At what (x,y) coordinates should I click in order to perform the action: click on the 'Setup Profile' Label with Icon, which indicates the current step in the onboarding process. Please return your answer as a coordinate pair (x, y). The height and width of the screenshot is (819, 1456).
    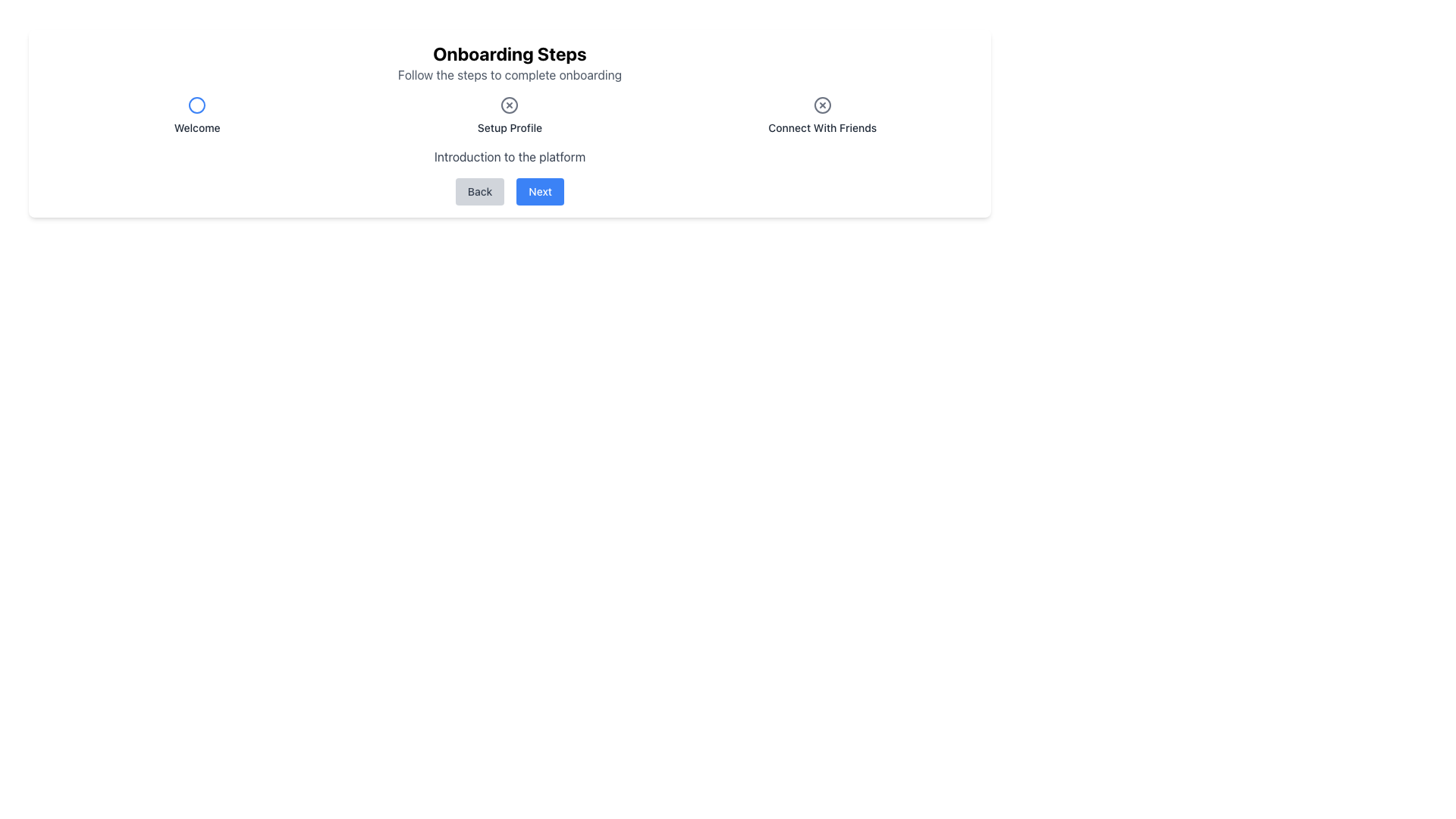
    Looking at the image, I should click on (510, 115).